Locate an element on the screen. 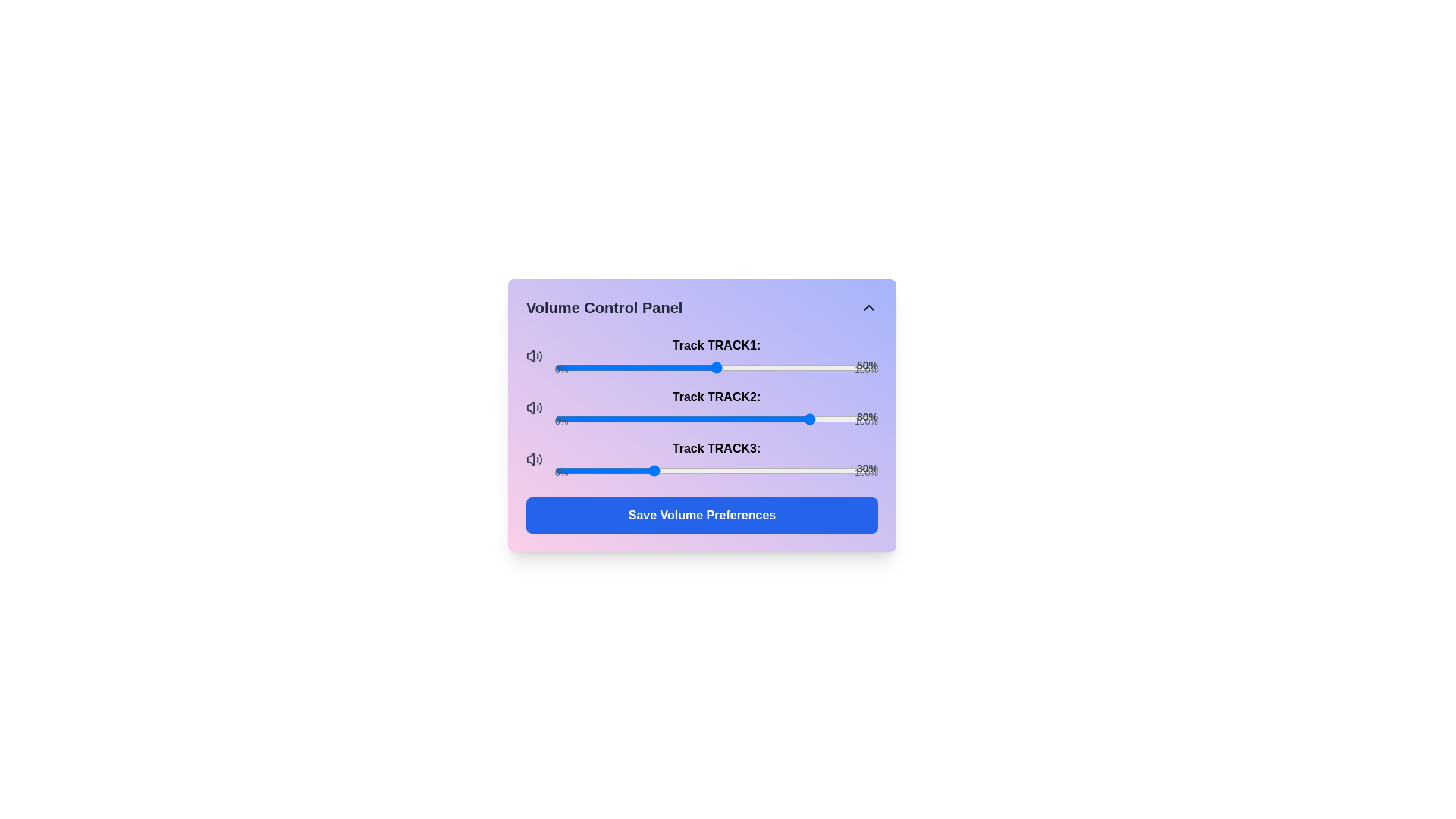 This screenshot has height=819, width=1456. the minimum value indicator label for the slider control 'Track TRACK3', which is positioned to the left of the slider and indicates its adjustable values is located at coordinates (560, 472).